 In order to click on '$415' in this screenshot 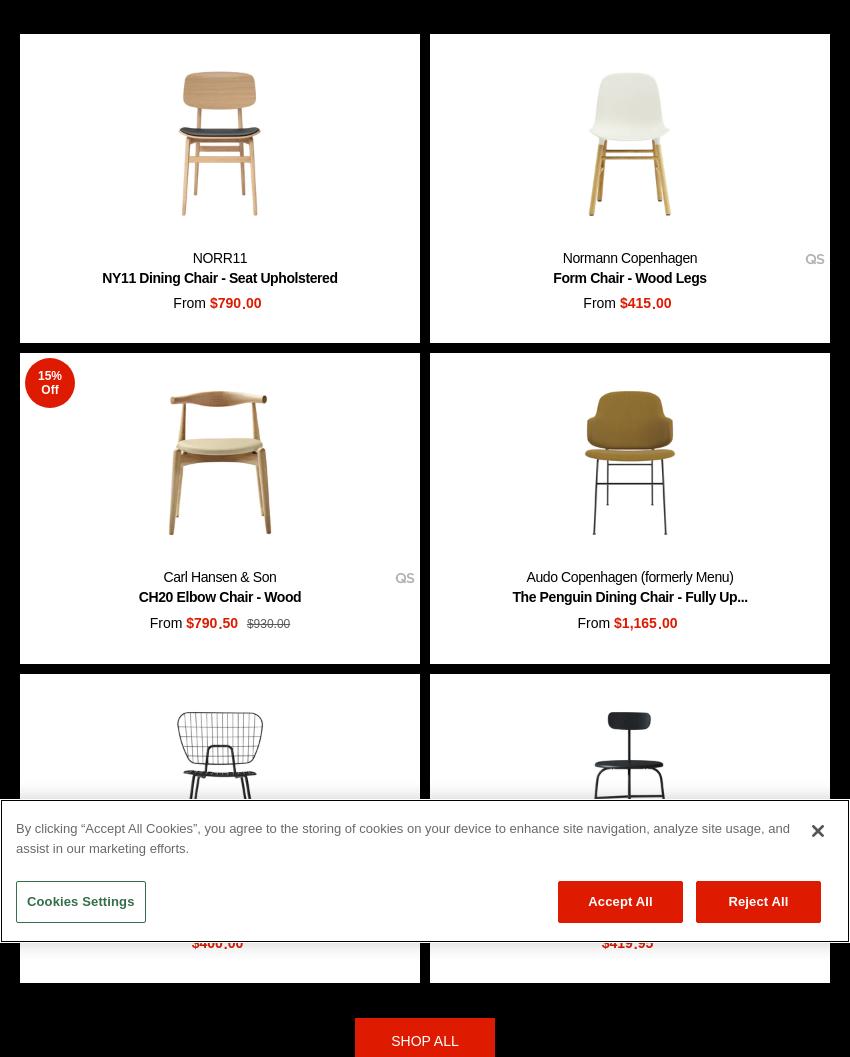, I will do `click(632, 303)`.